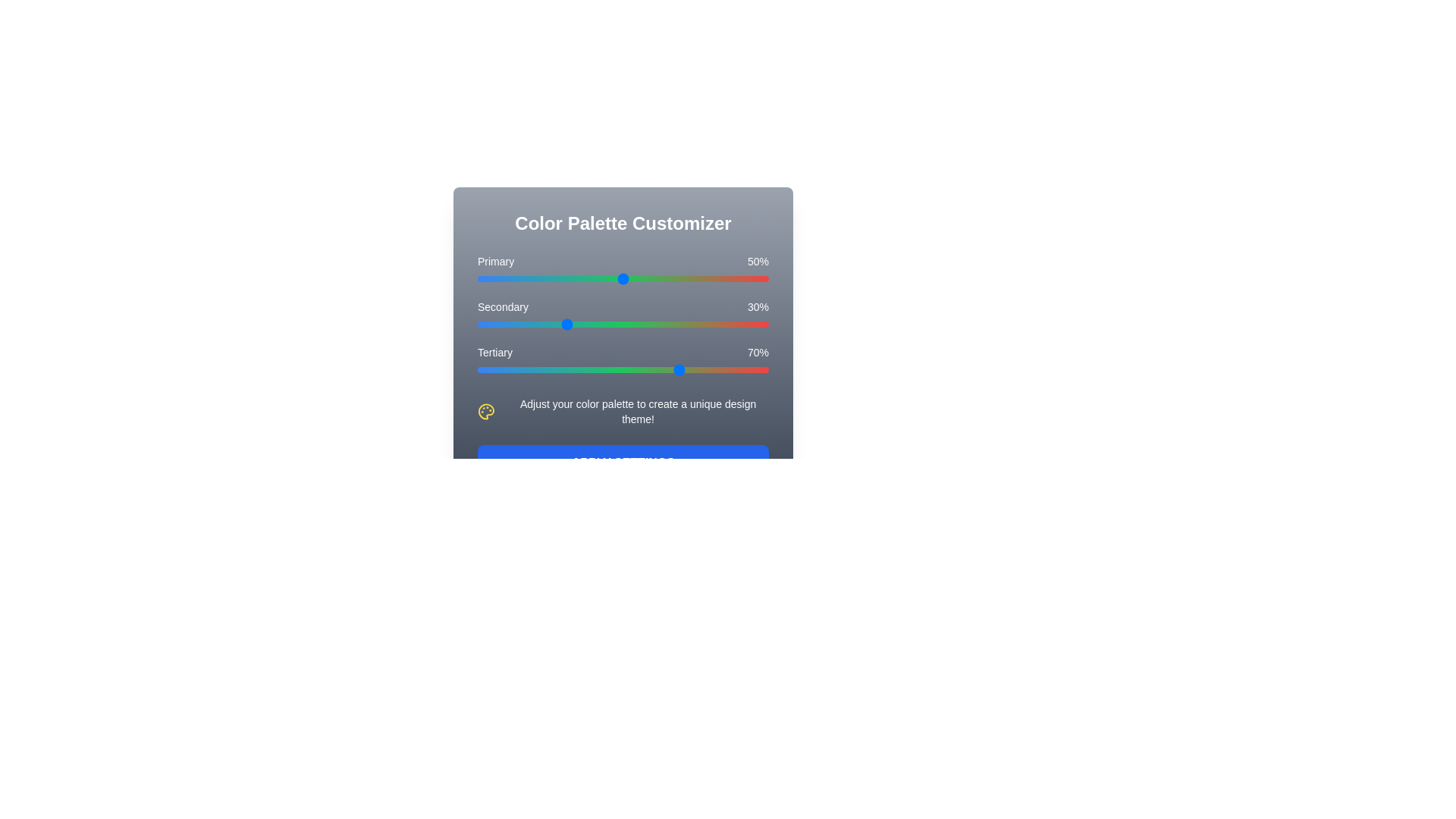 This screenshot has width=1456, height=819. I want to click on the slider value, so click(552, 324).